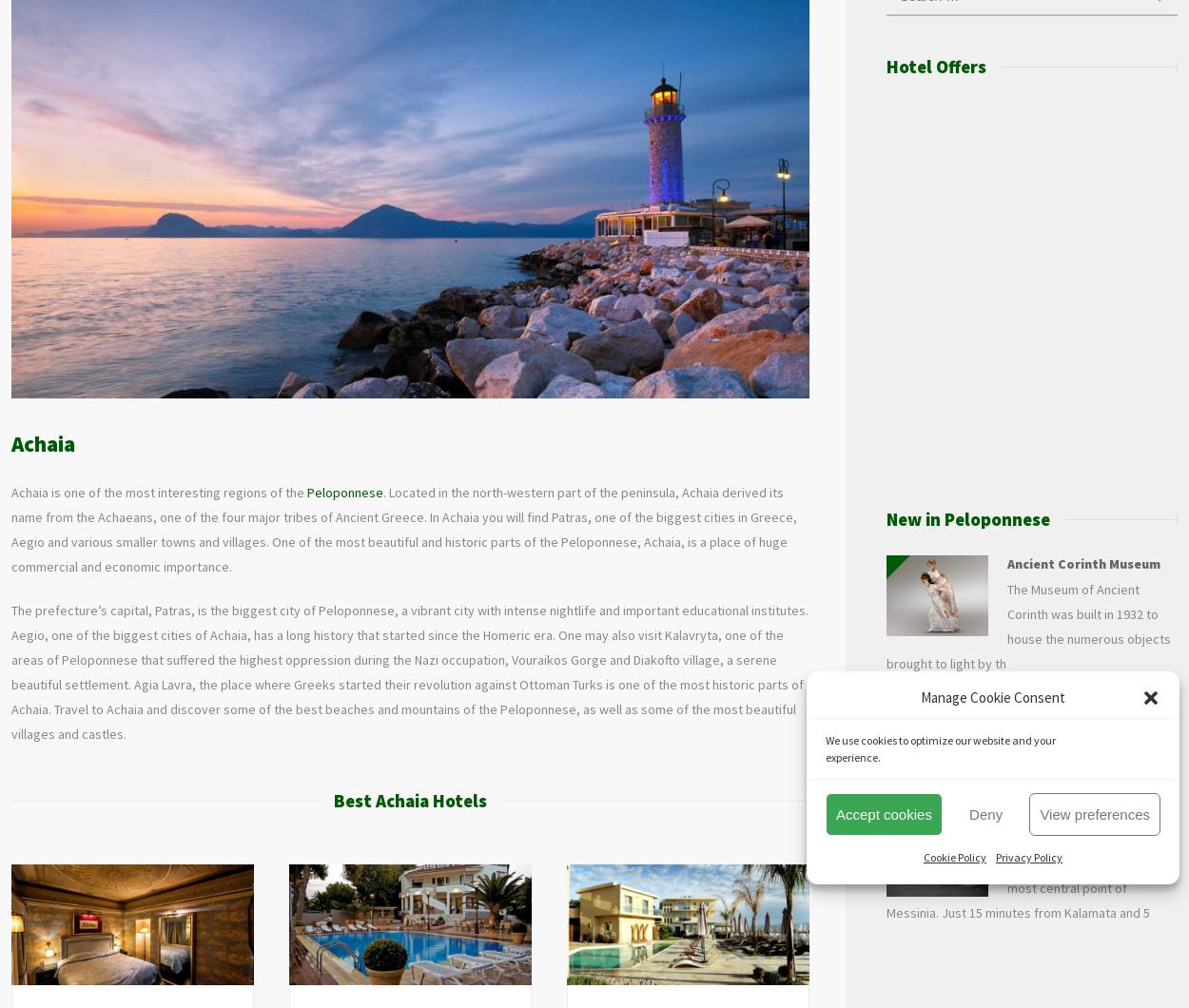  What do you see at coordinates (410, 669) in the screenshot?
I see `'The prefecture’s capital, Patras, is the biggest city of Peloponnese, a vibrant city with intense nightlife and important educational institutes. Aegio, one of the biggest cities of Achaia, has a long history that started since the Homeric era. One may also visit Kalavryta, one of the areas of Peloponnese that suffered the highest oppression during the Nazi occupation, Vouraikos Gorge and Diakofto village, a serene beautiful settlement. Agia Lavra, the place where Greeks started their revolution against Ottoman Turks is one of the most historic parts of Achaia. Travel to Achaia and discover some of the best beaches and mountains of the Peloponnese, as well as some of the most beautiful villages and castles.'` at bounding box center [410, 669].